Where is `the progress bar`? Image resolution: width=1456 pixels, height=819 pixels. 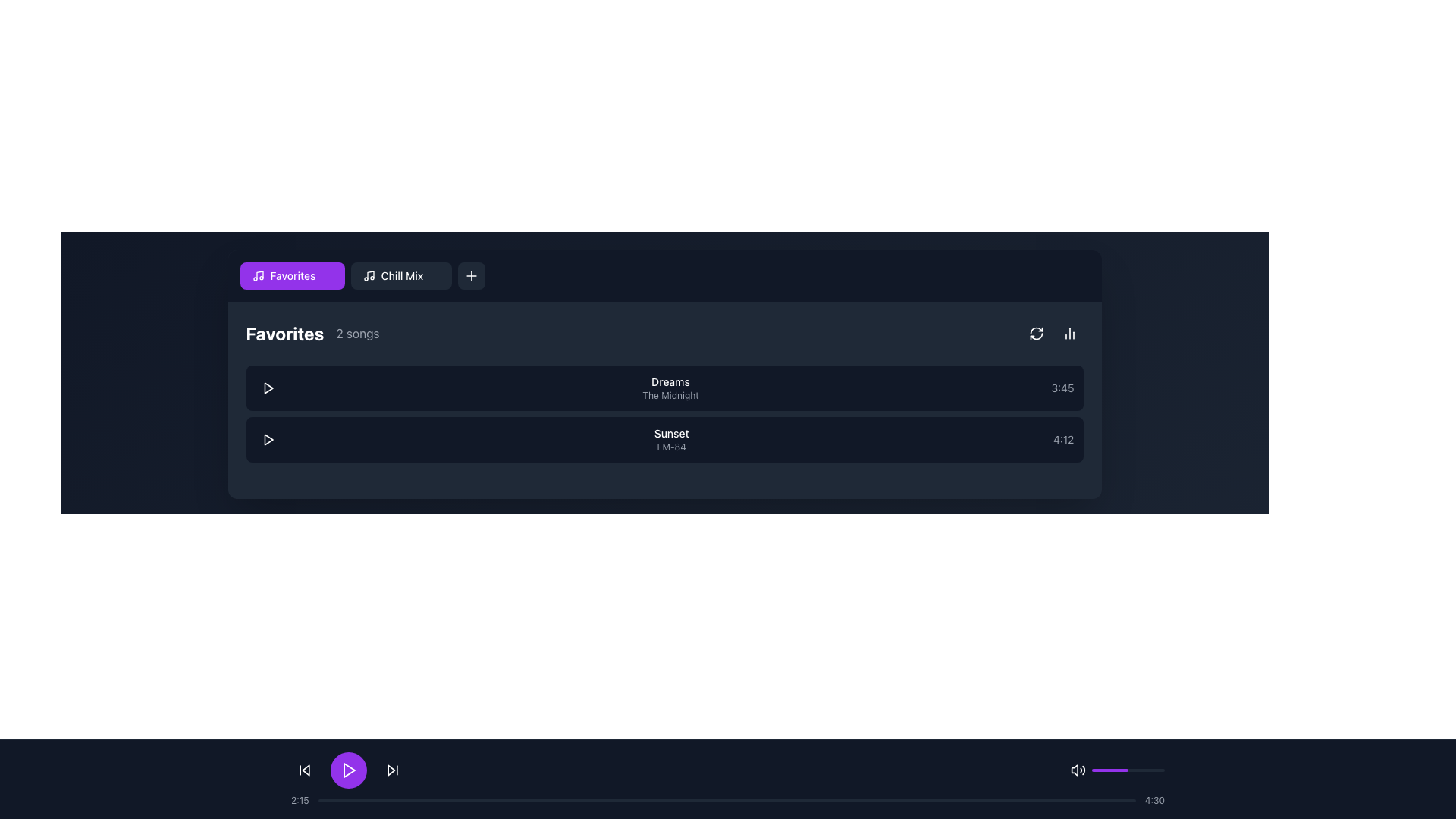 the progress bar is located at coordinates (579, 800).